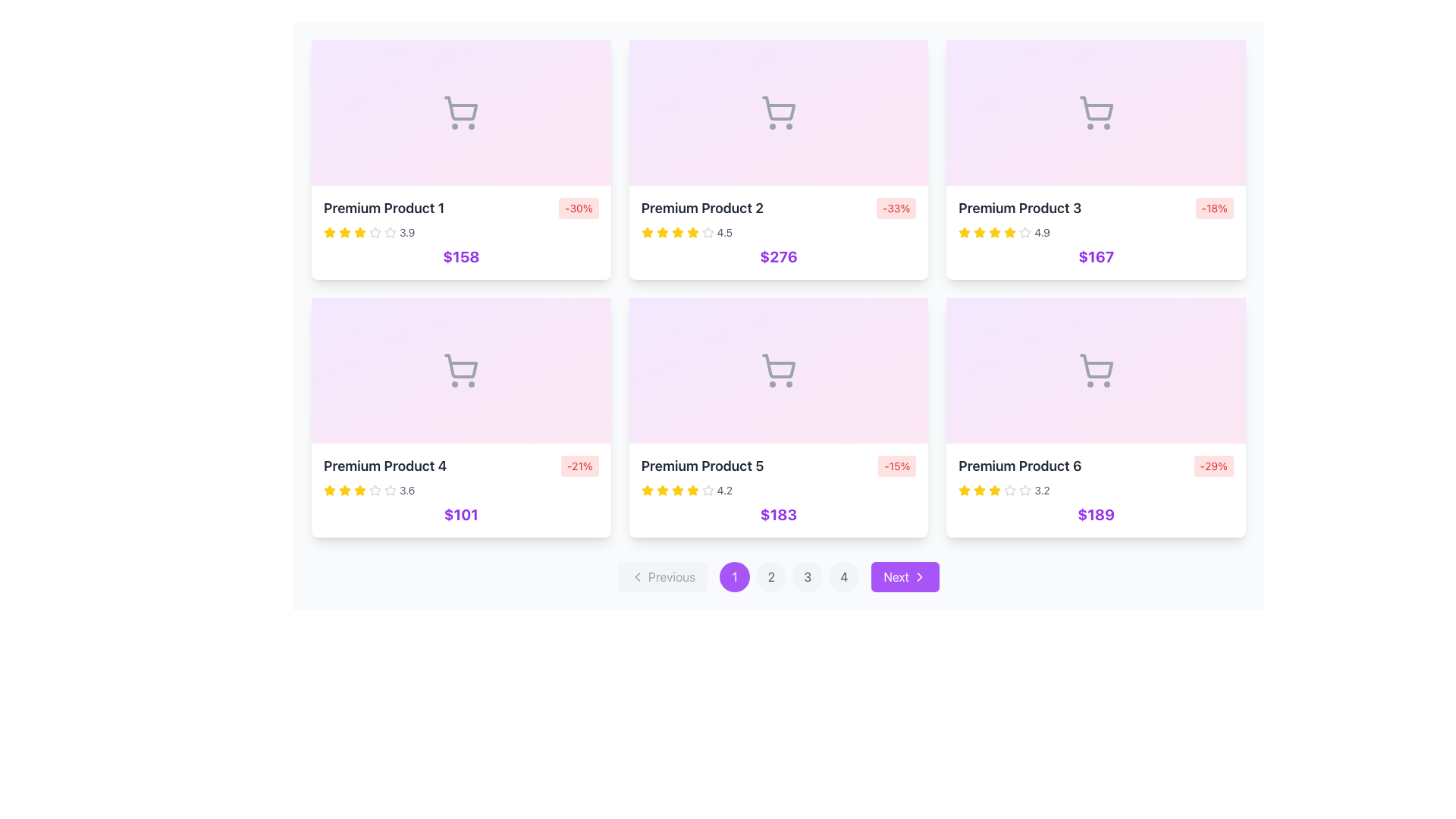 The height and width of the screenshot is (819, 1456). I want to click on the graphical shopping cart icon located at the upper section of the card labeled 'Premium Product 4', which features a minimalist outline style on a gradient background, so click(460, 371).